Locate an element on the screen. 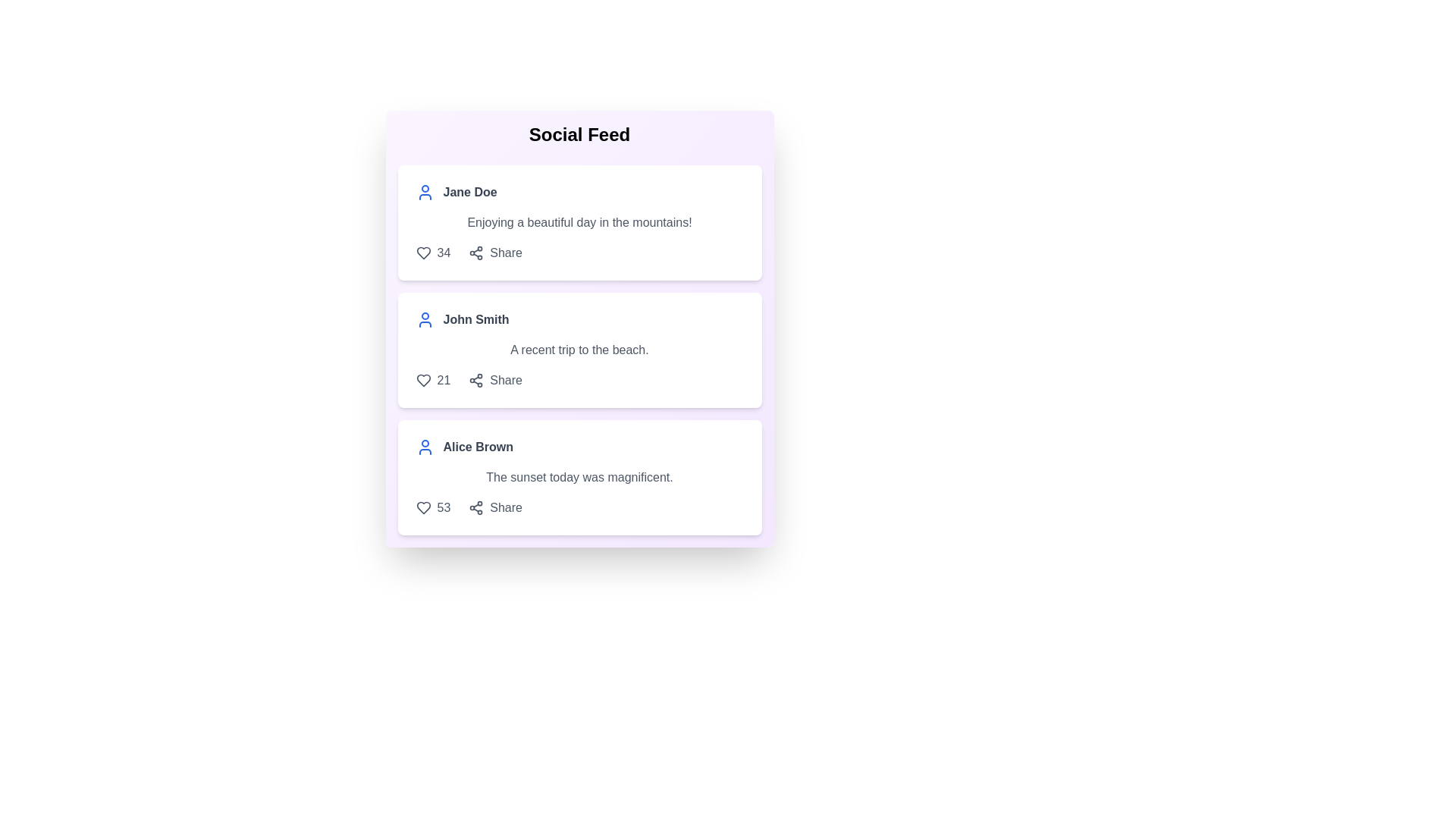 The height and width of the screenshot is (819, 1456). 'Like' button for the post by John Smith is located at coordinates (423, 379).